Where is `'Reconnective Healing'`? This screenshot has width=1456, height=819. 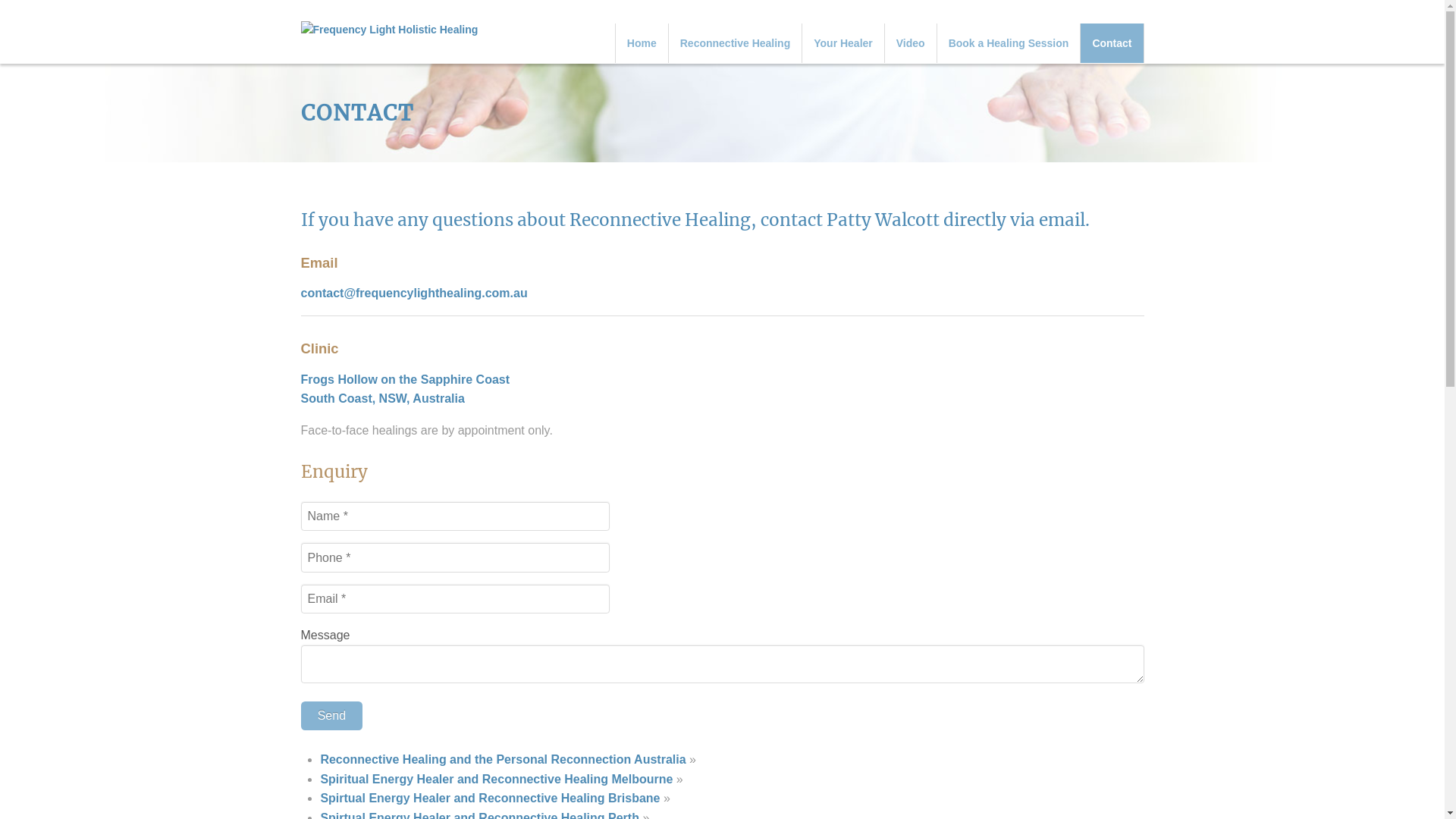
'Reconnective Healing' is located at coordinates (668, 42).